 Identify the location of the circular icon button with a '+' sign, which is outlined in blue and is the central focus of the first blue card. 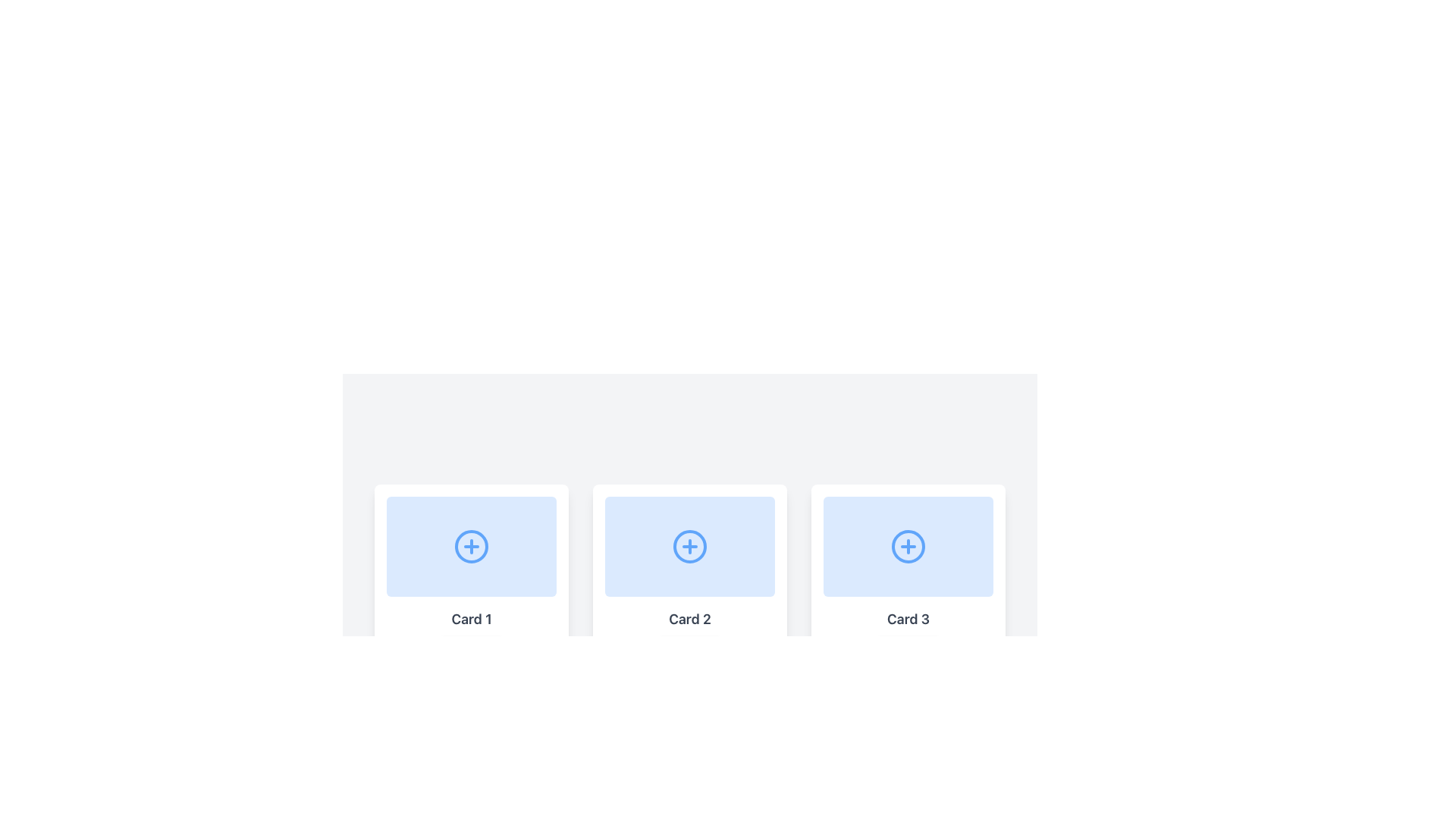
(471, 547).